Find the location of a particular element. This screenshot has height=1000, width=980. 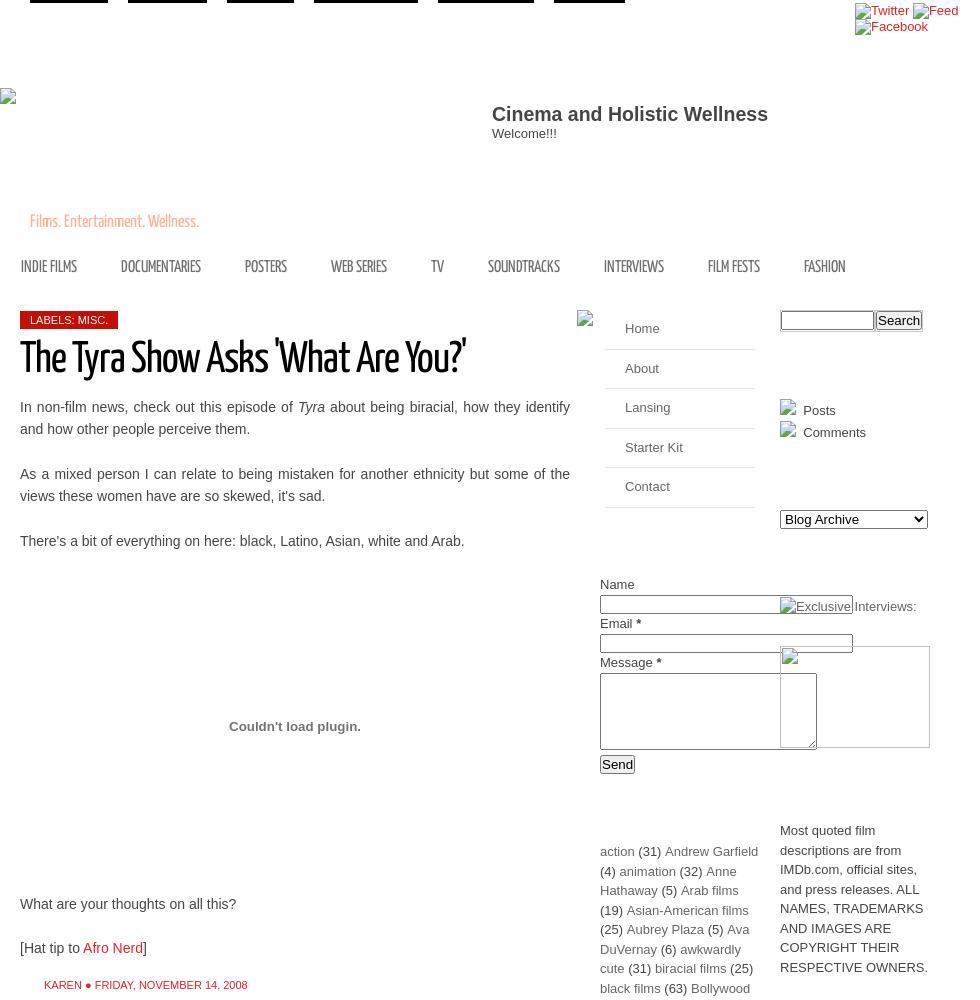

'awkwardly cute' is located at coordinates (670, 957).